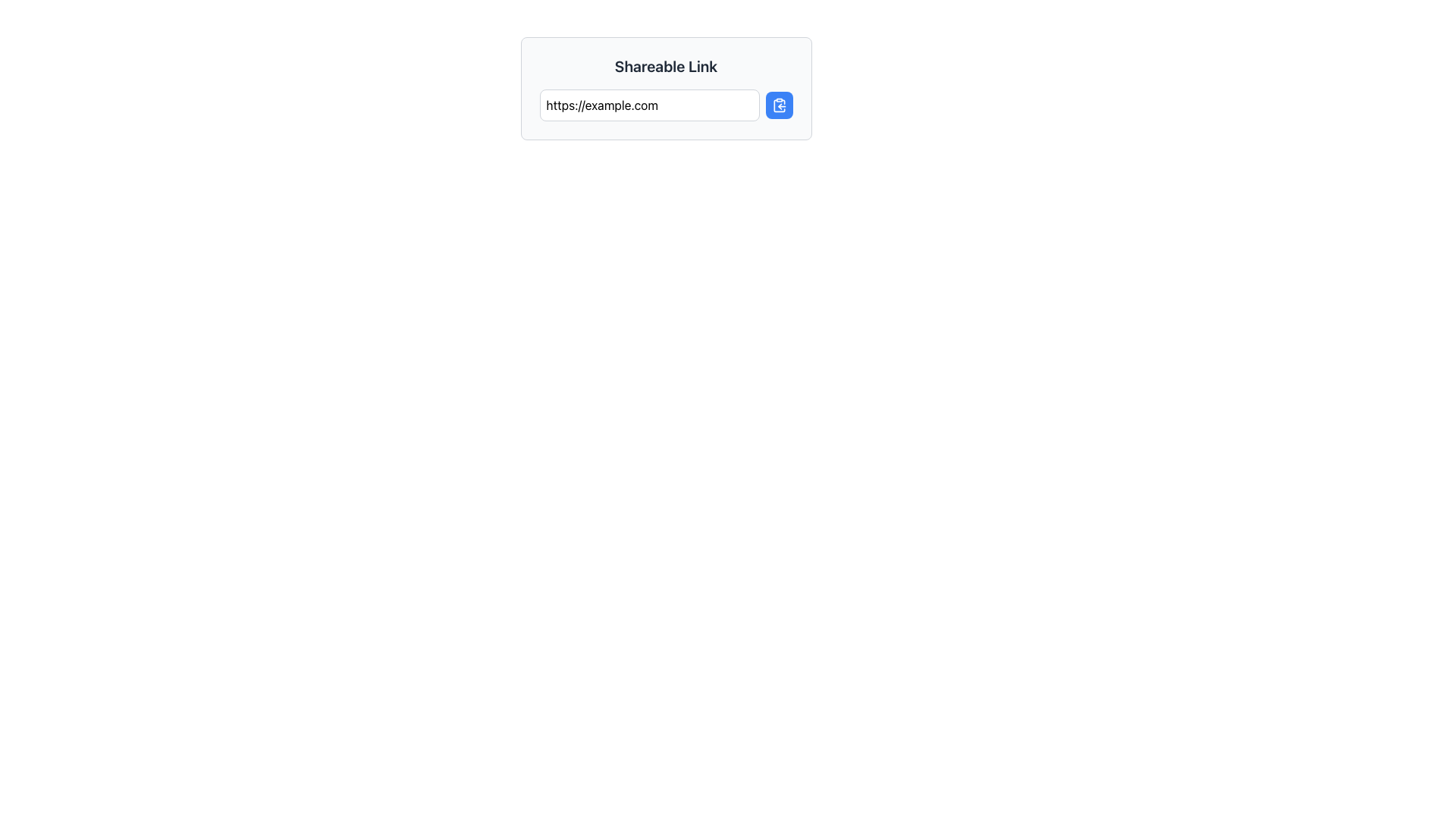 The height and width of the screenshot is (819, 1456). Describe the element at coordinates (779, 104) in the screenshot. I see `the blue button with white text that has a clipboard icon, positioned to the right of the text input field` at that location.